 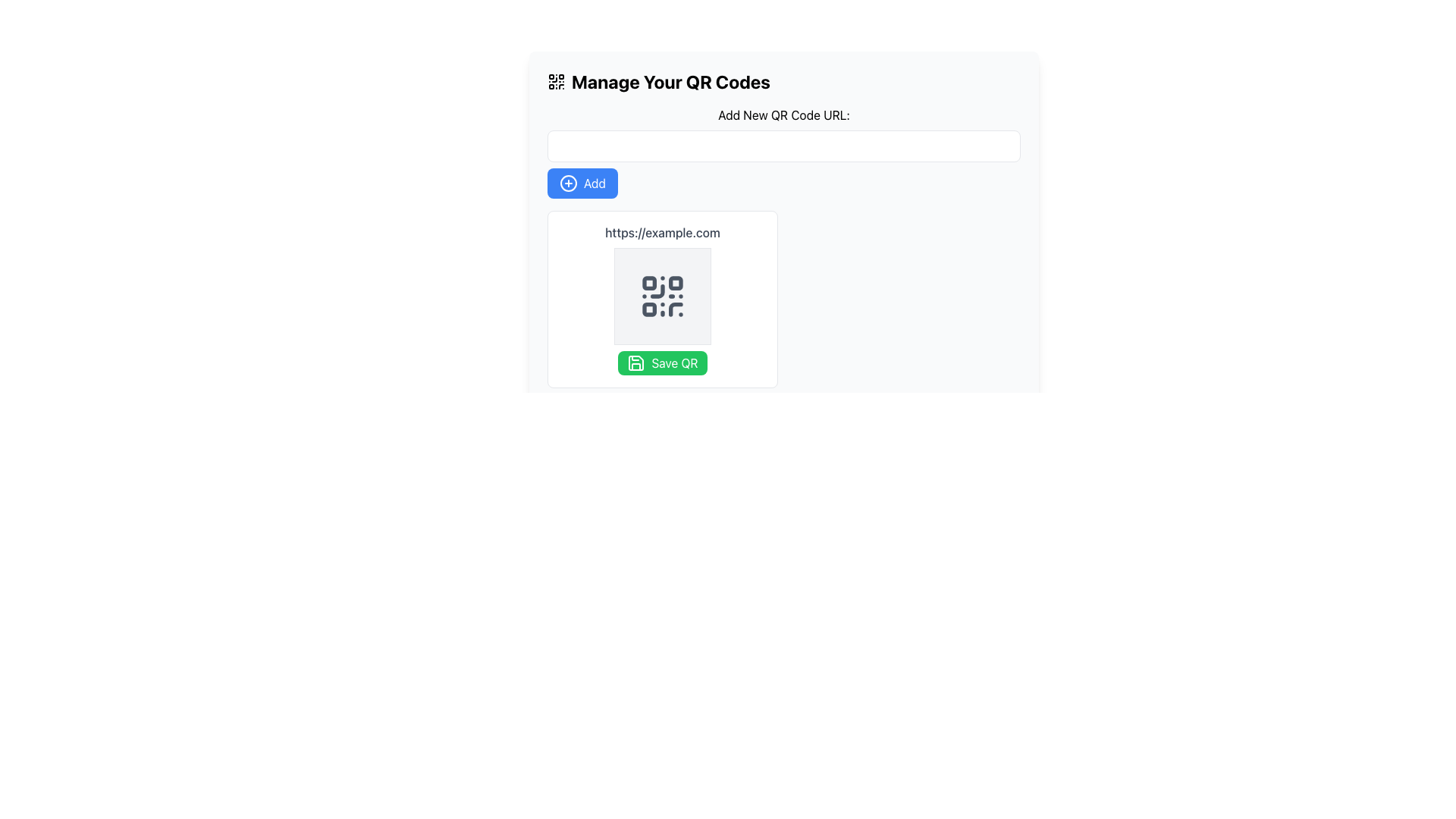 I want to click on the green 'Save QR' button, so click(x=662, y=362).